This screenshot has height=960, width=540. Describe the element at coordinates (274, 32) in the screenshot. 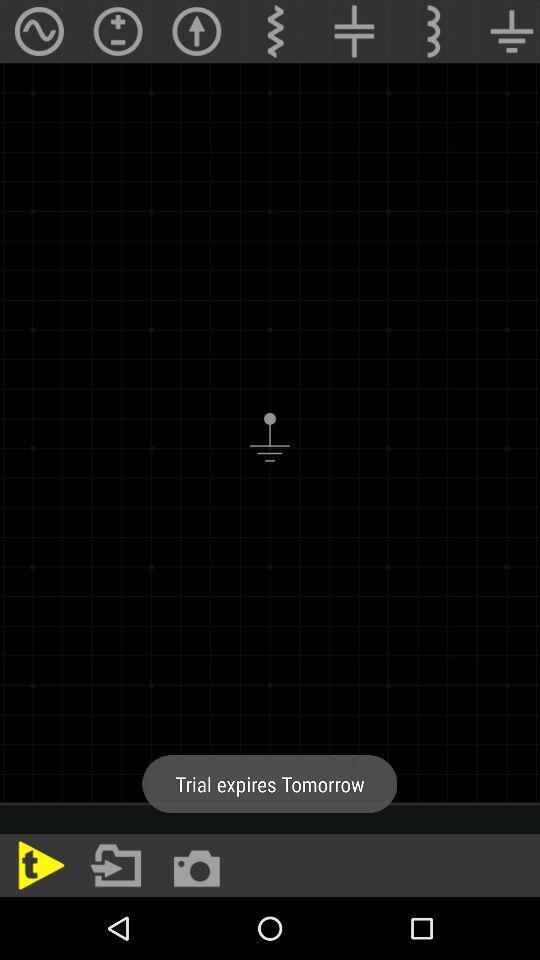

I see `the more icon` at that location.